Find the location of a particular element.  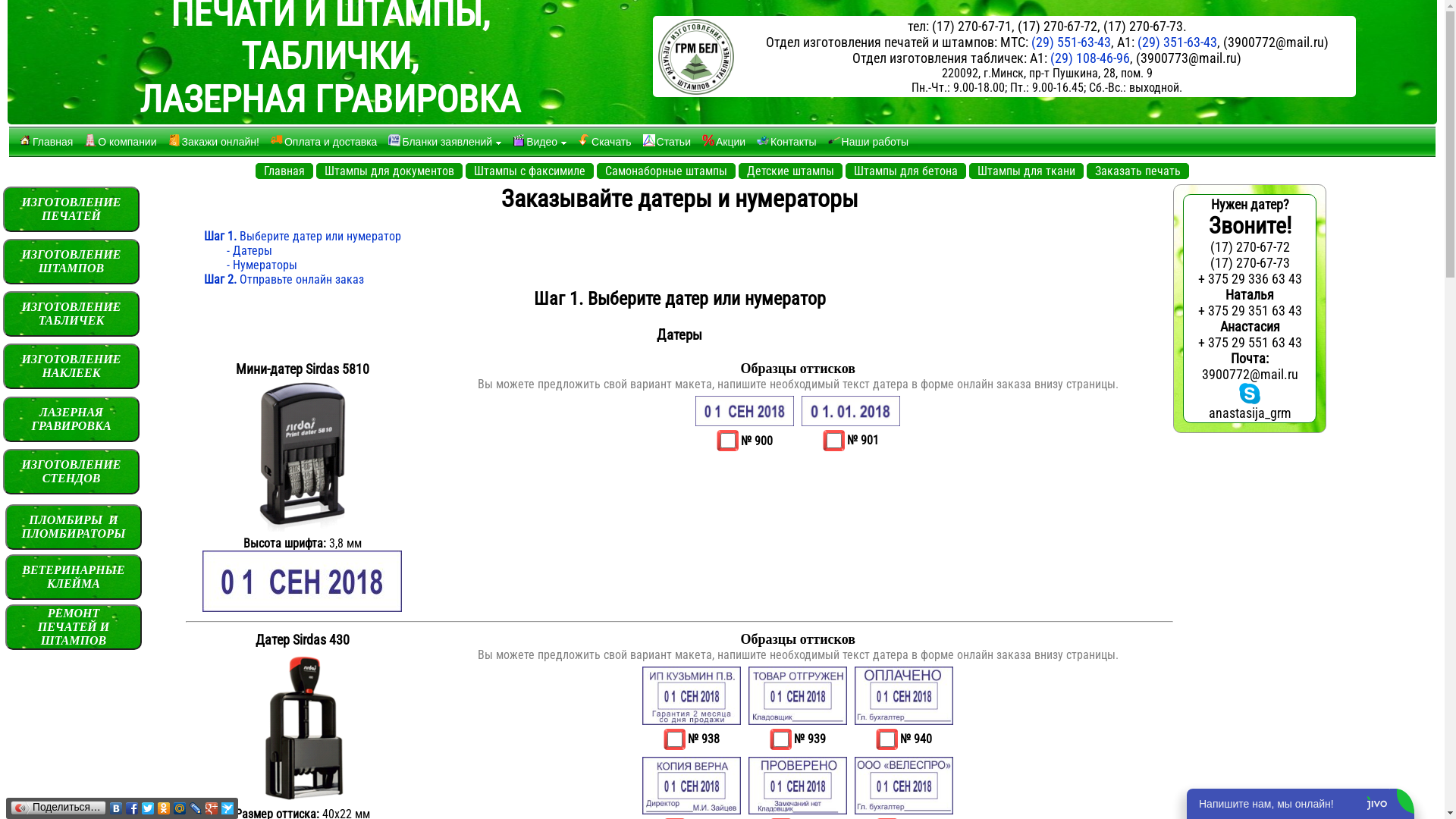

'(29) 351-63-43' is located at coordinates (1176, 41).